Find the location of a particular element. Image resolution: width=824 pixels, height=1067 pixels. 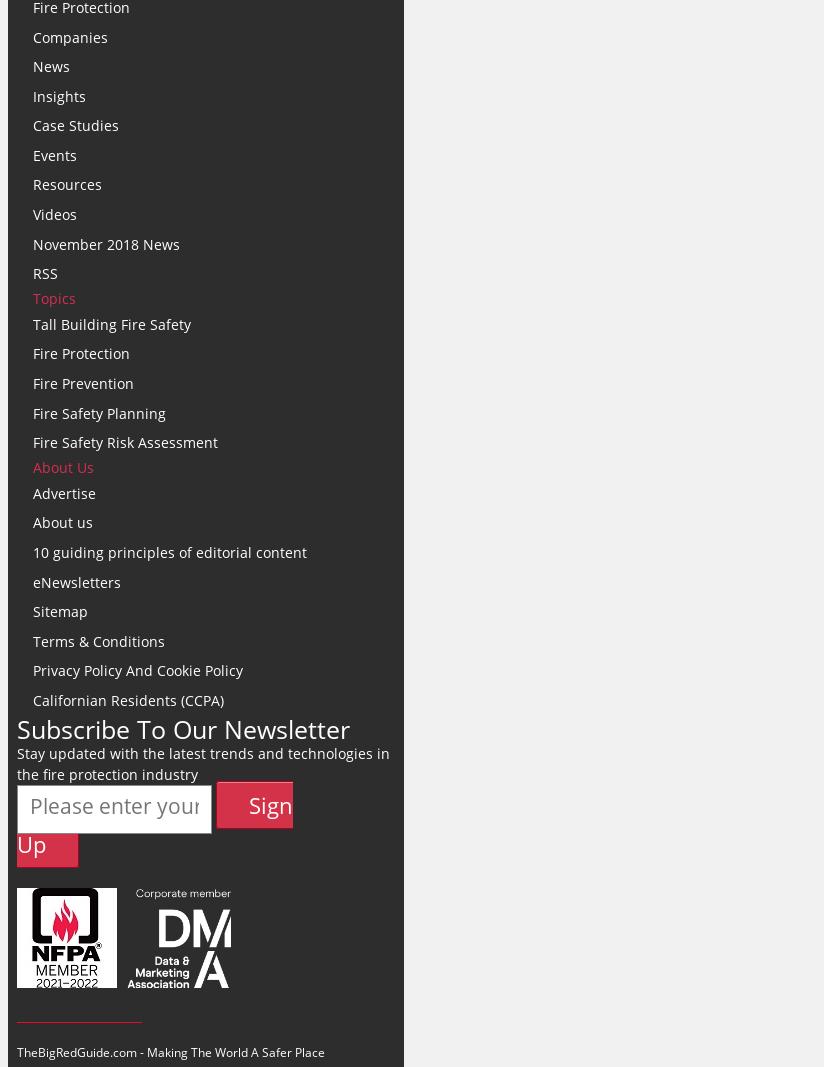

'Sign Up' is located at coordinates (153, 822).